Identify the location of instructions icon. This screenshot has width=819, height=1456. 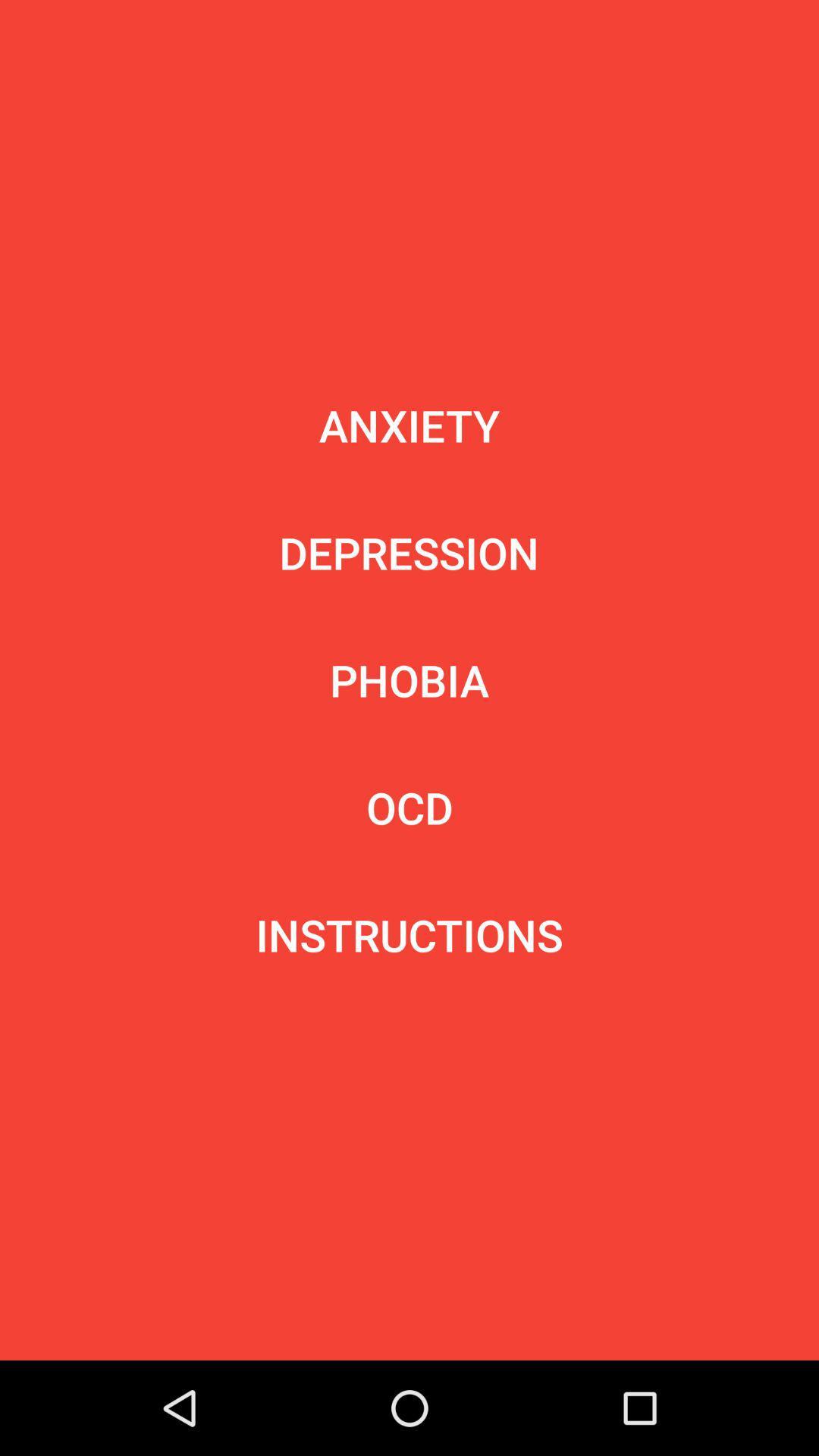
(409, 934).